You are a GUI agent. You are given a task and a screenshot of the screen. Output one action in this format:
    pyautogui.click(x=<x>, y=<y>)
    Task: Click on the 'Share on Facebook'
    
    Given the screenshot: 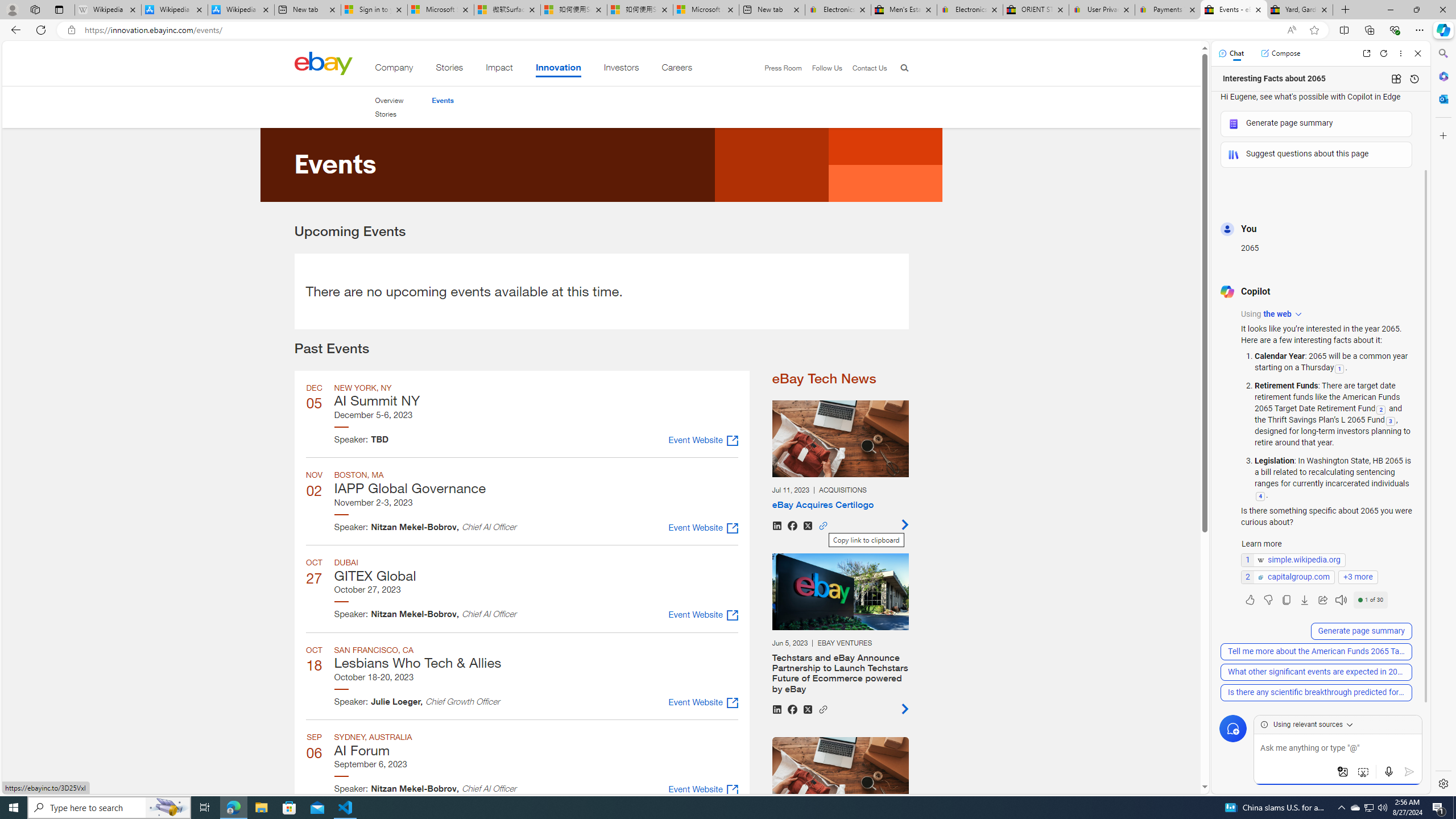 What is the action you would take?
    pyautogui.click(x=792, y=709)
    